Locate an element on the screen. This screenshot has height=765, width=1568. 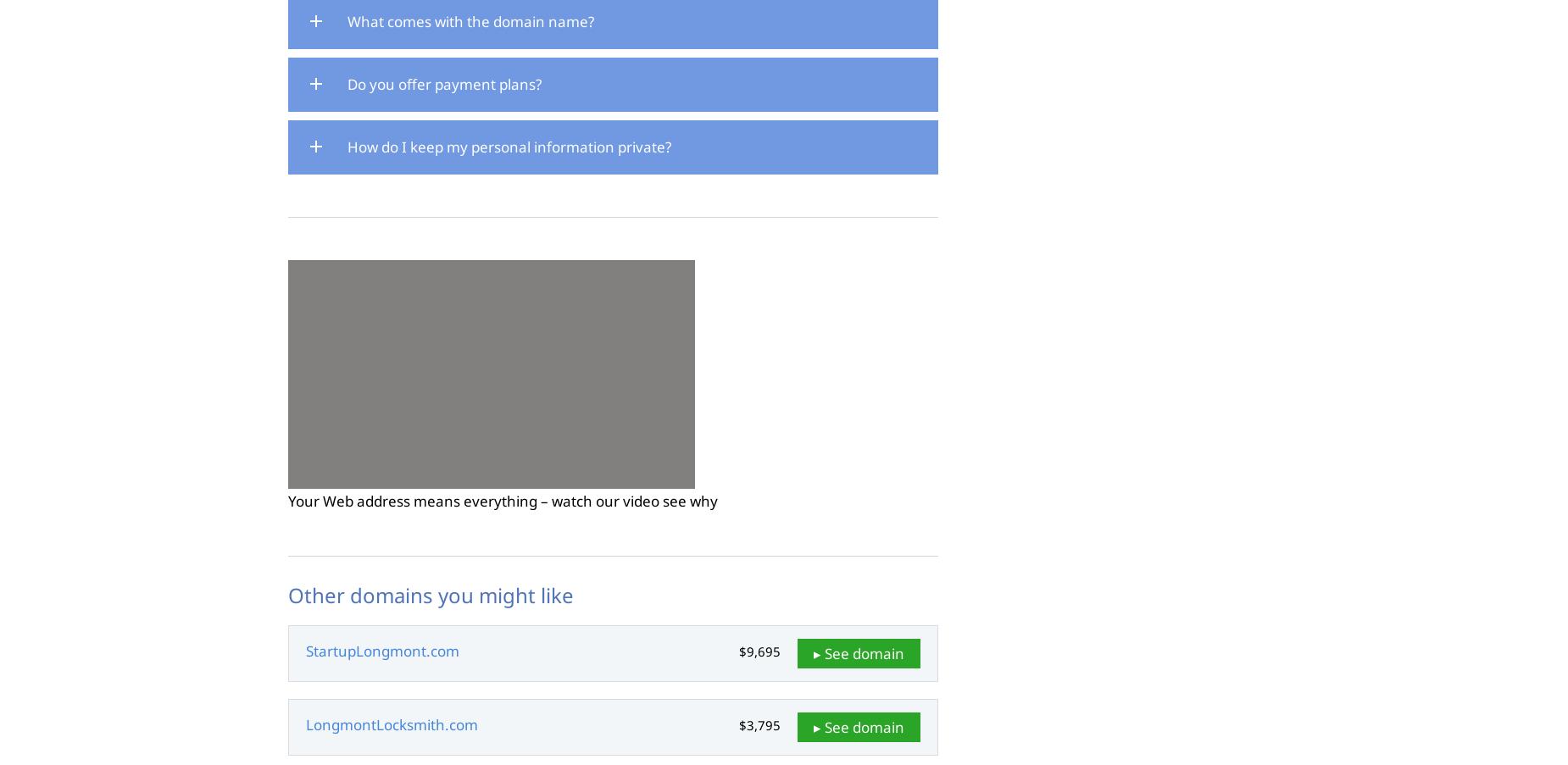
'StartupLongmont.com' is located at coordinates (381, 651).